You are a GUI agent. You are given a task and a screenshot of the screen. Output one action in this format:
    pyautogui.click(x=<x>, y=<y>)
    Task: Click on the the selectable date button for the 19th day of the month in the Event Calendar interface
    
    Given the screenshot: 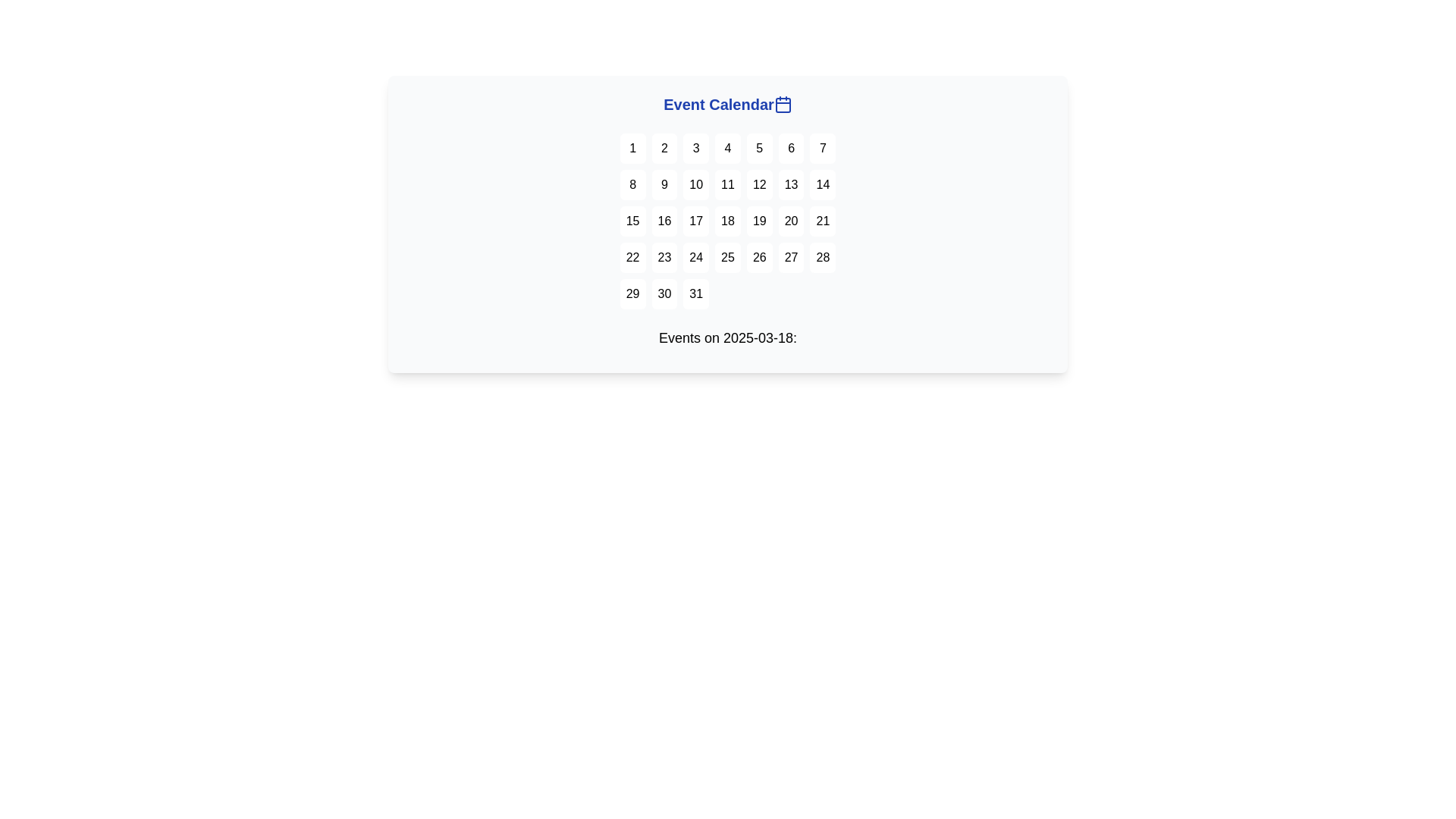 What is the action you would take?
    pyautogui.click(x=759, y=221)
    